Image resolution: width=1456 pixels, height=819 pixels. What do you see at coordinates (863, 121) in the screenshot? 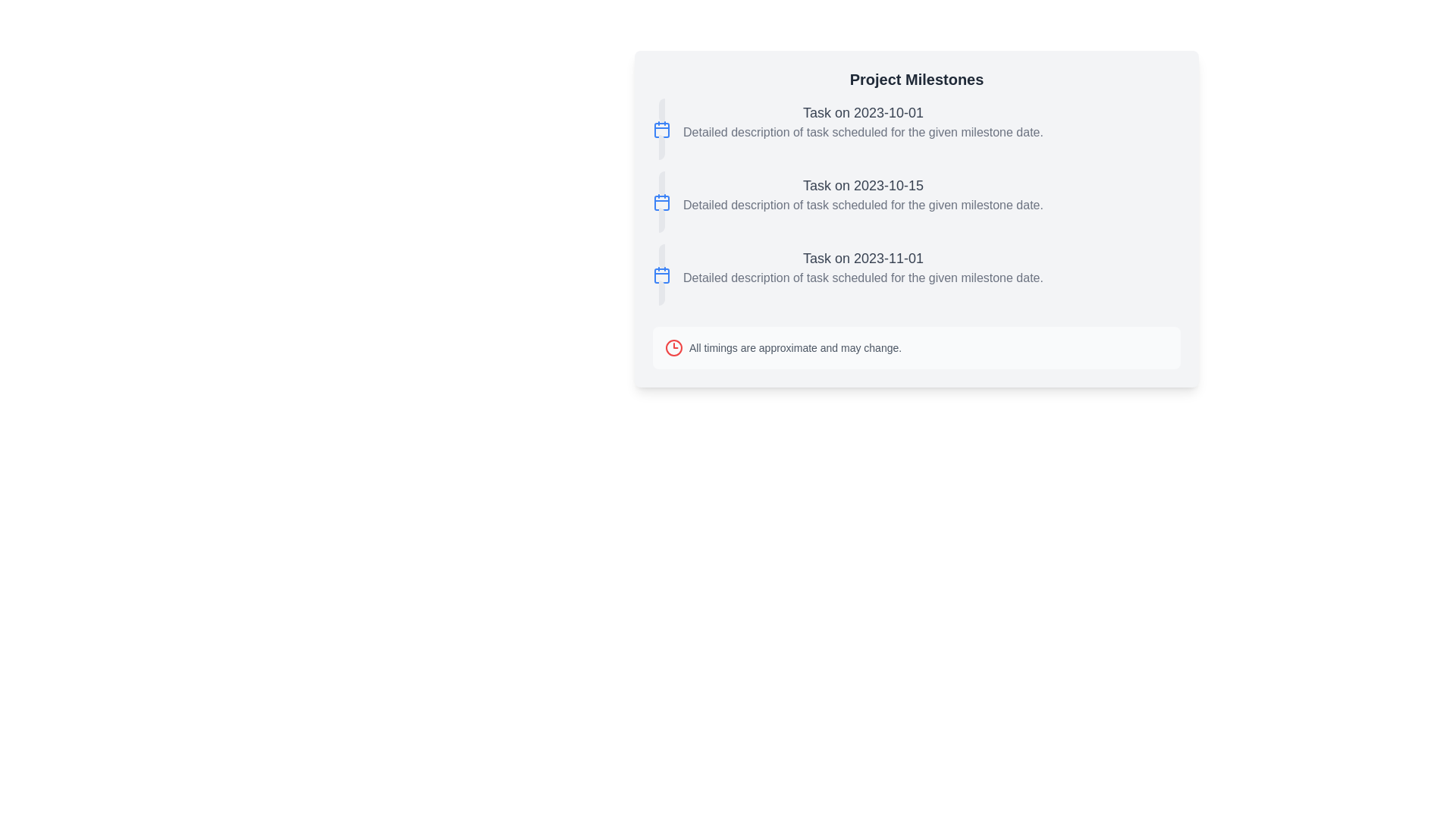
I see `the Text block with a title and description located at the top of the vertical list under 'Project Milestones', positioned beneath the small calendar icon` at bounding box center [863, 121].